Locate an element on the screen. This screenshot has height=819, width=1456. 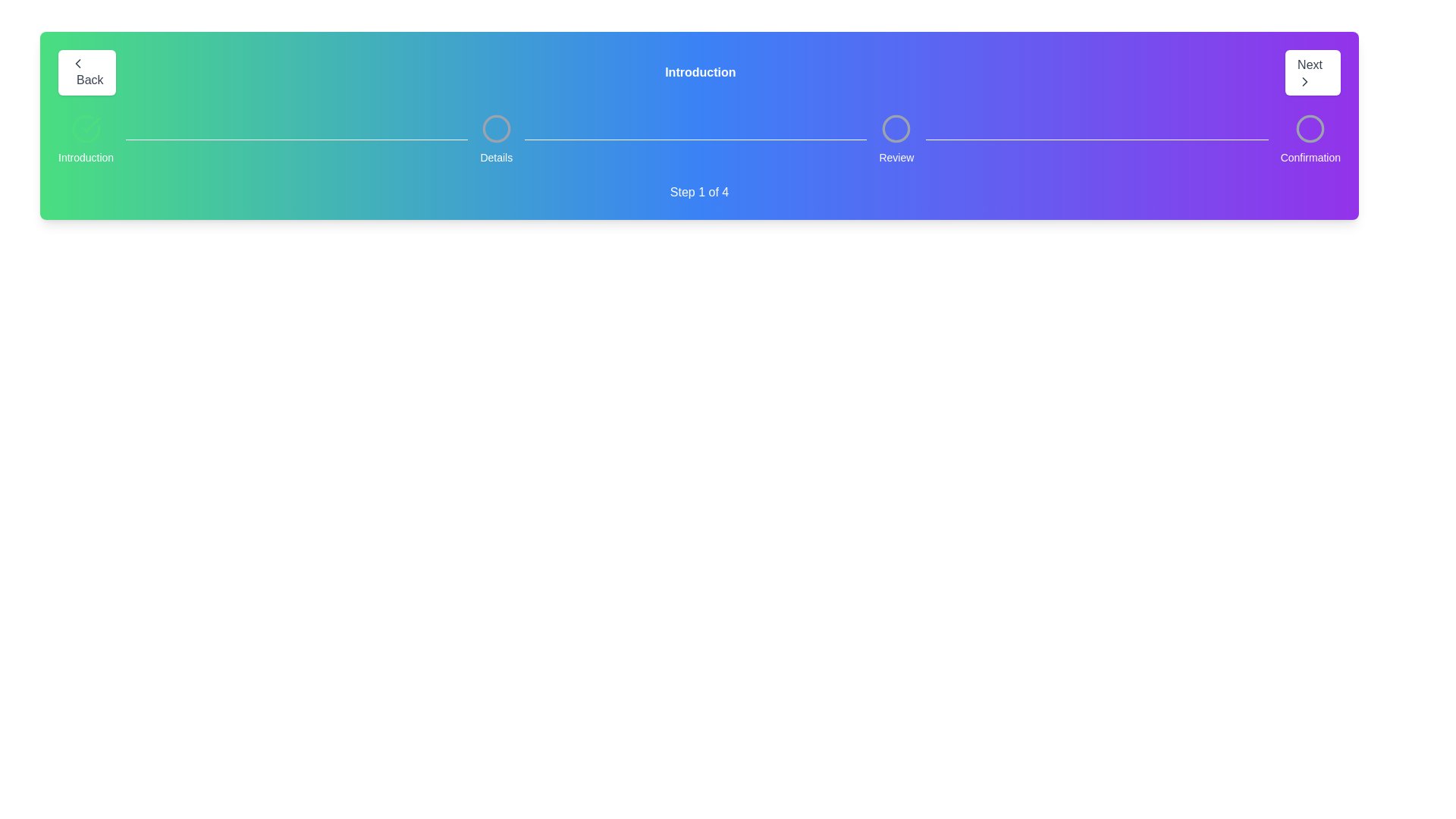
the fourth step of the horizontal stepper labeled 'Confirmation' is located at coordinates (1310, 140).